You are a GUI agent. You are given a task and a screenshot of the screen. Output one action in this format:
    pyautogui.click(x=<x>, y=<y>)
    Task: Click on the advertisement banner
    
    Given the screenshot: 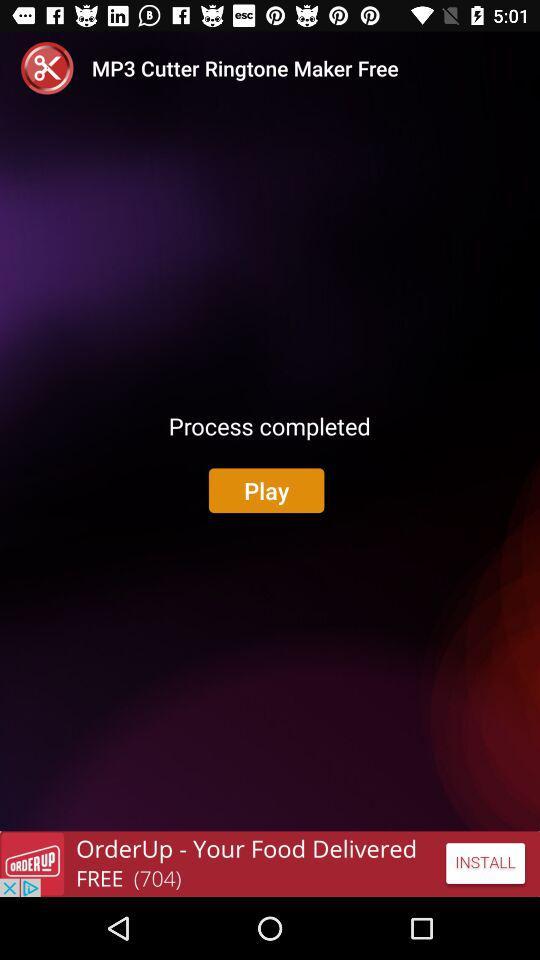 What is the action you would take?
    pyautogui.click(x=270, y=863)
    